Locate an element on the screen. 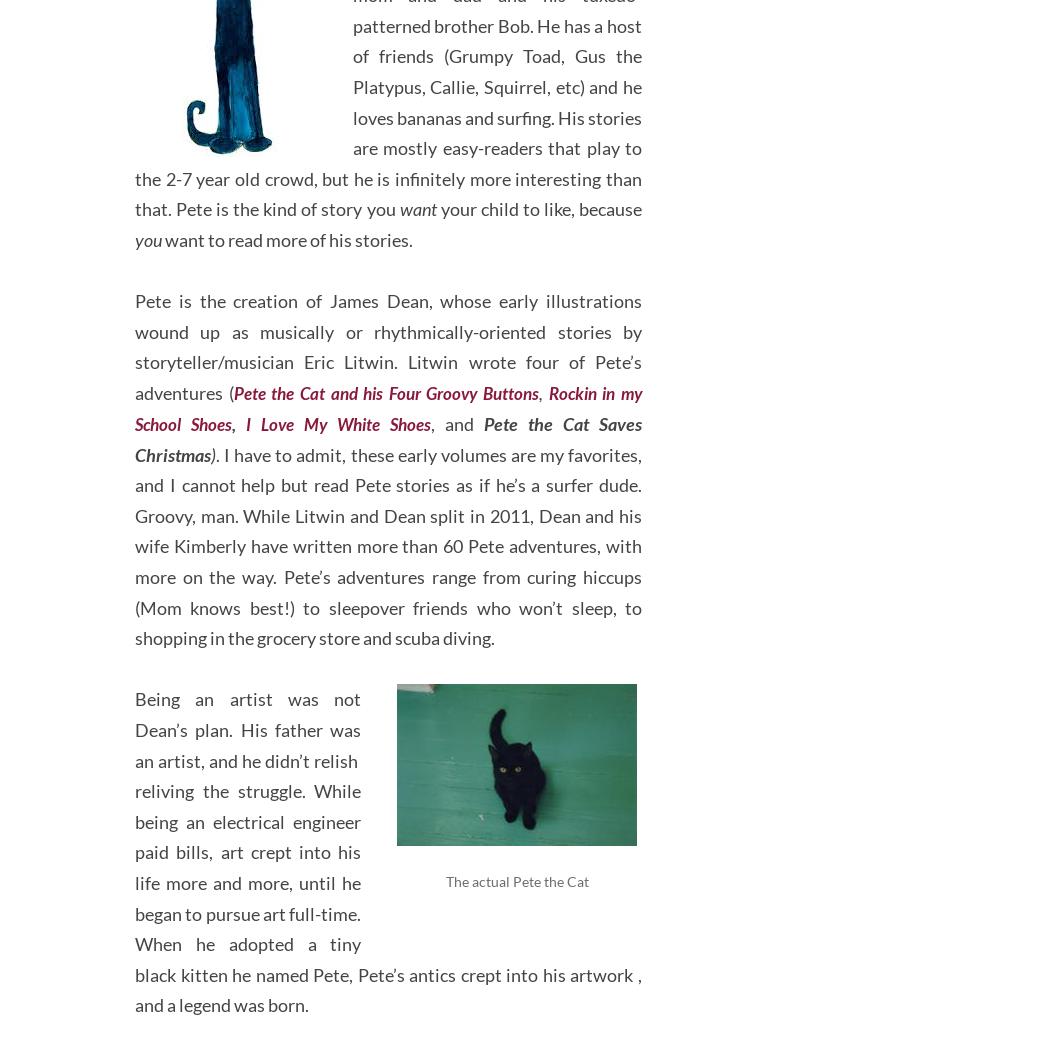 The width and height of the screenshot is (1050, 1037). '. I have to admit, these early volumes are my favorites, and I cannot help but read Pete stories as if he’s a surfer dude. Groovy, man. While Litwin and Dean split in 2011, Dean and his wife Kimberly have written more than 60 Pete adventures, with more on the way. Pete’s adventures range from curing hiccups (Mom knows best!) to sleepover friends who won’t sleep, to shopping in the grocery store and scuba diving.' is located at coordinates (388, 535).